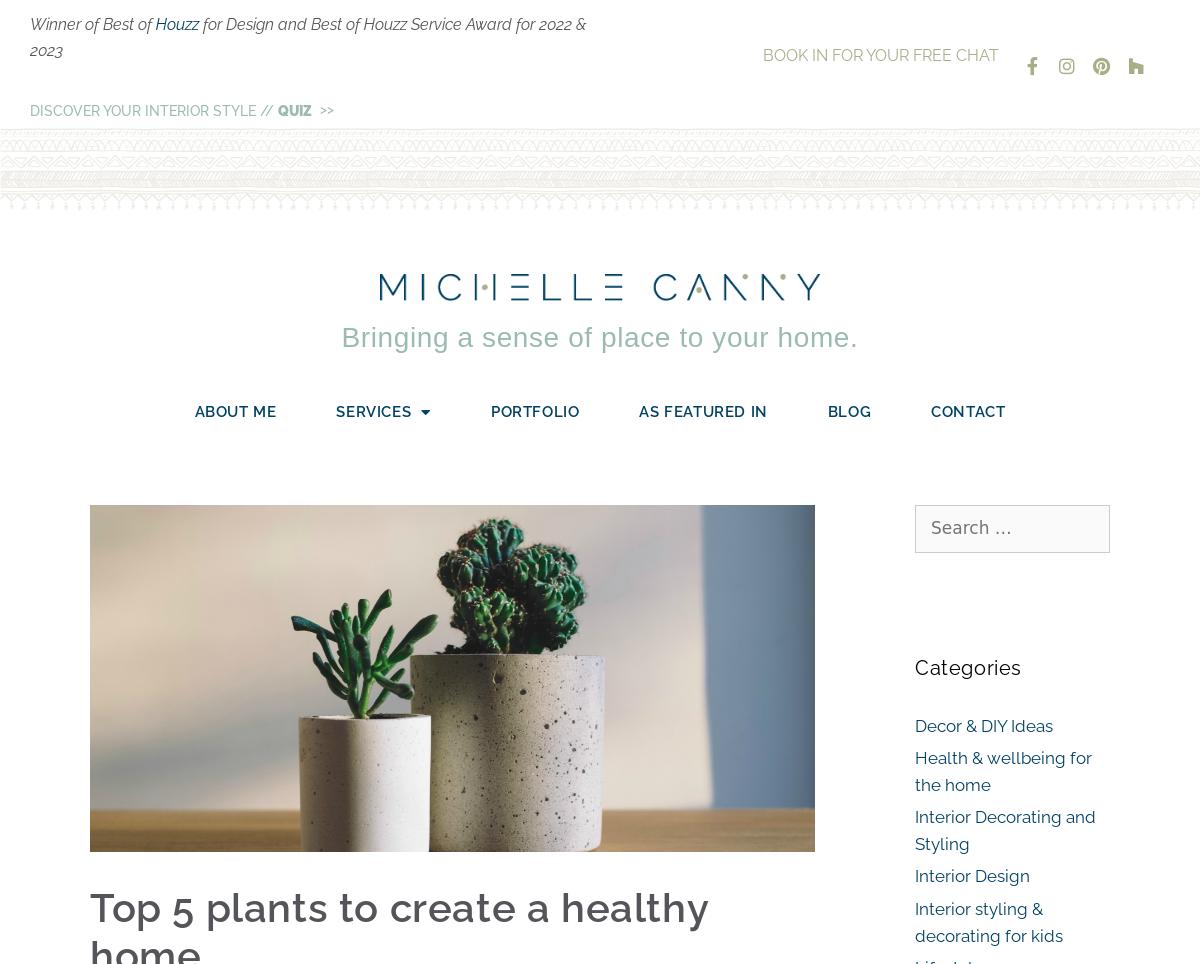  I want to click on 'Categories', so click(915, 665).